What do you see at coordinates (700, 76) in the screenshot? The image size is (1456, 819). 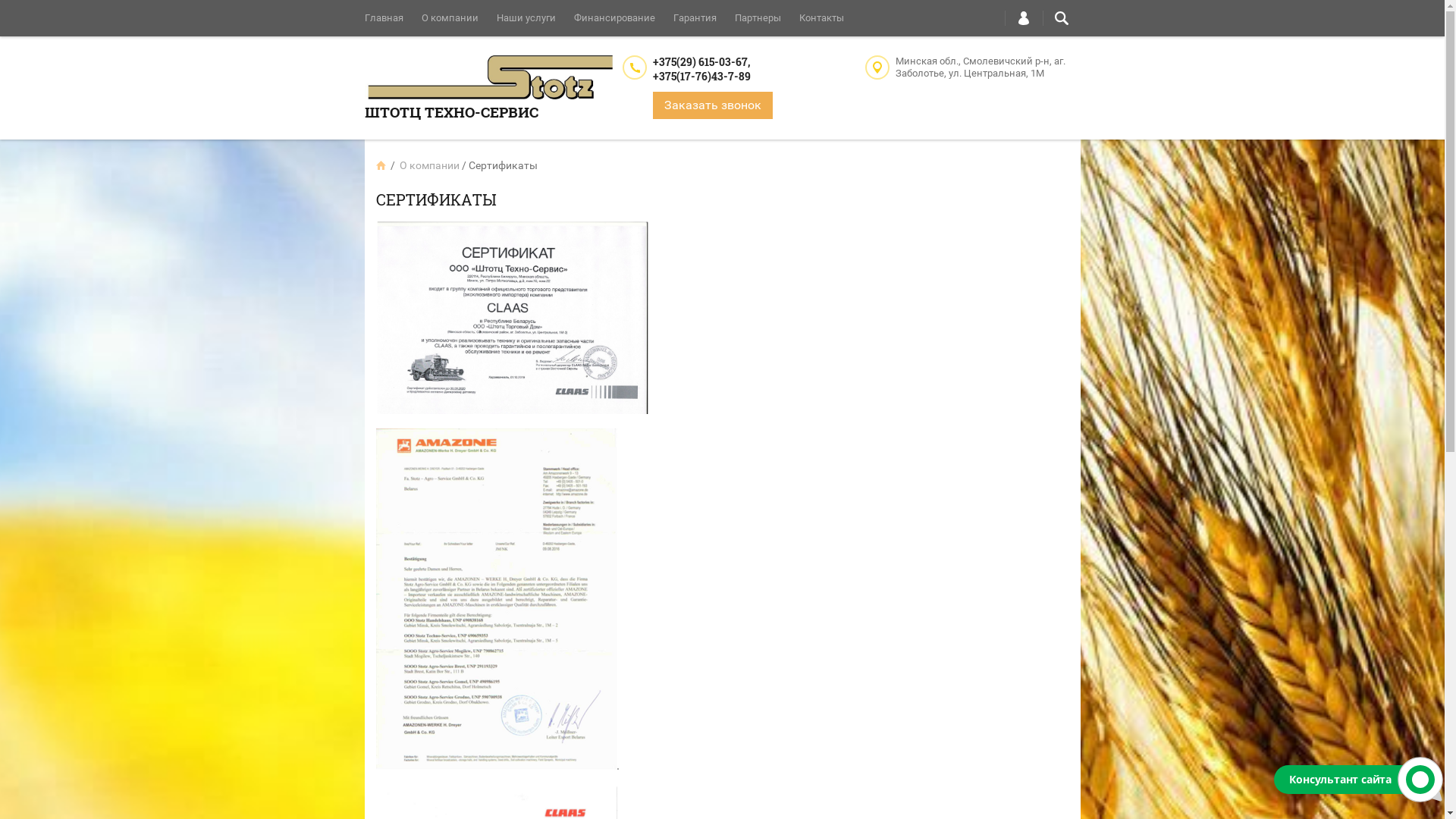 I see `'+375(17-76)43-7-89'` at bounding box center [700, 76].